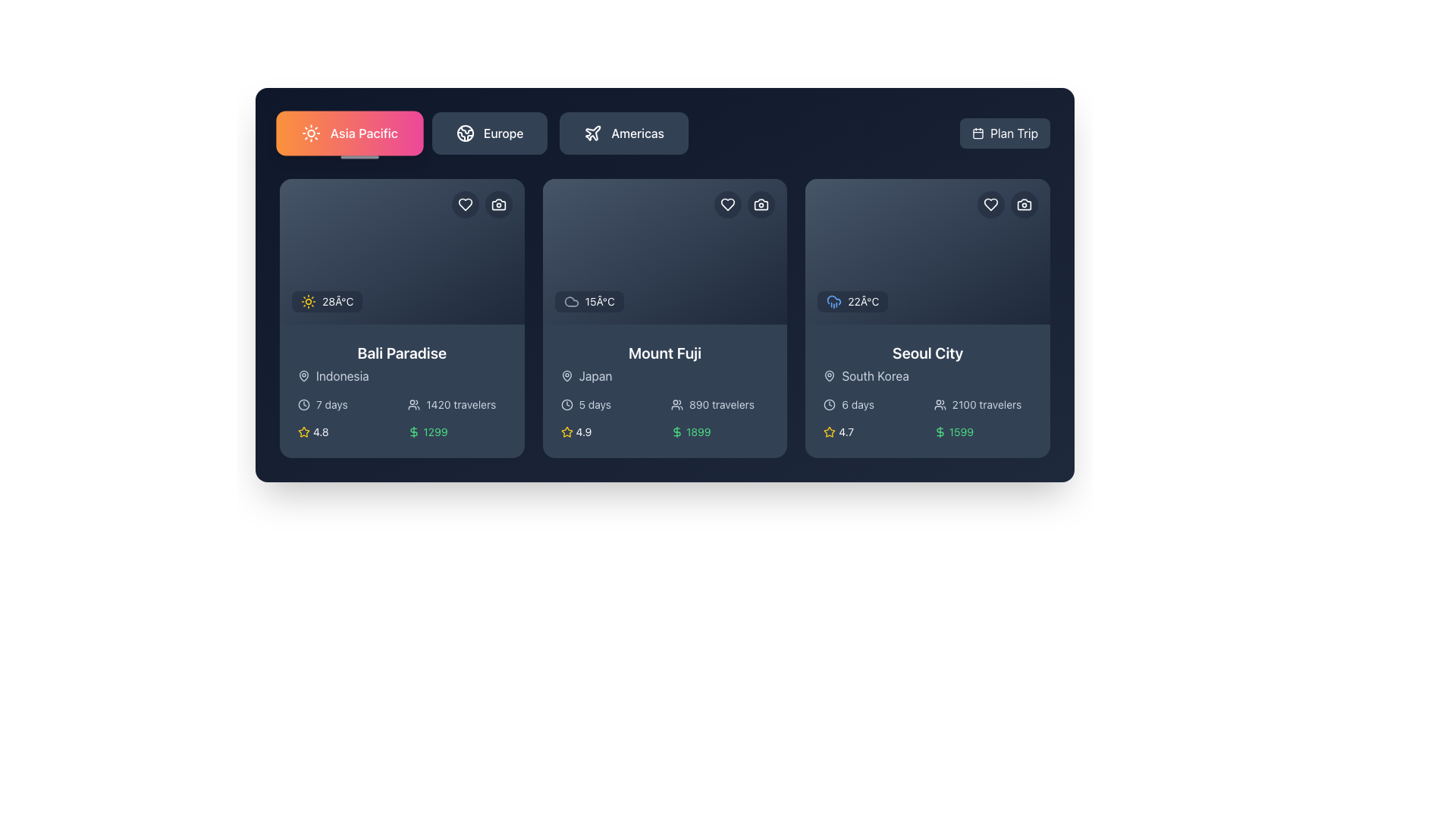  Describe the element at coordinates (582, 432) in the screenshot. I see `the text label displaying '4.9' located at the bottom left corner of the second card from the left, adjacent to the yellow star icon, to establish contextual association with neighboring elements` at that location.